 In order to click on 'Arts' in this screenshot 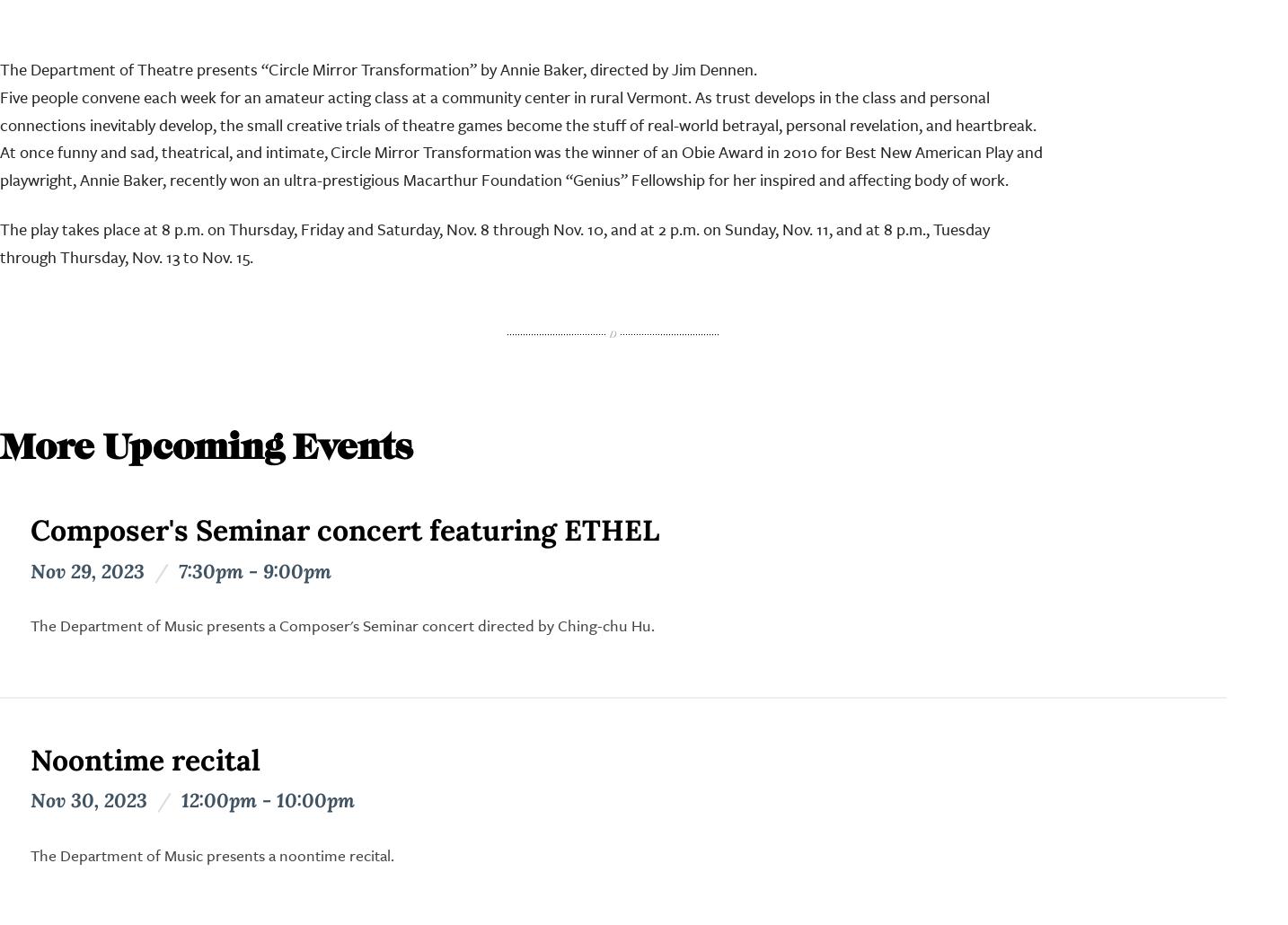, I will do `click(464, 563)`.